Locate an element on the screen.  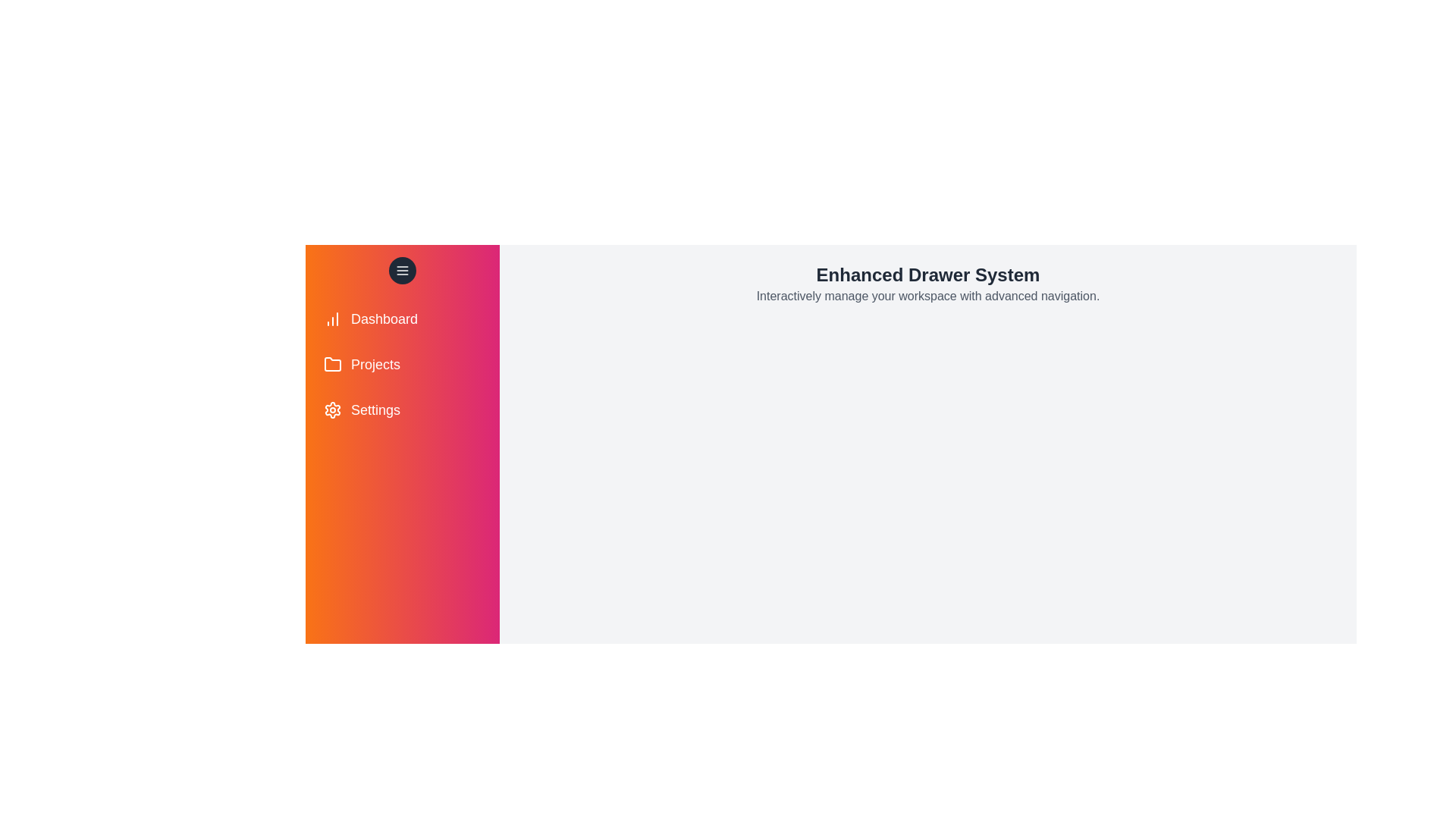
the menu item labeled Dashboard is located at coordinates (403, 318).